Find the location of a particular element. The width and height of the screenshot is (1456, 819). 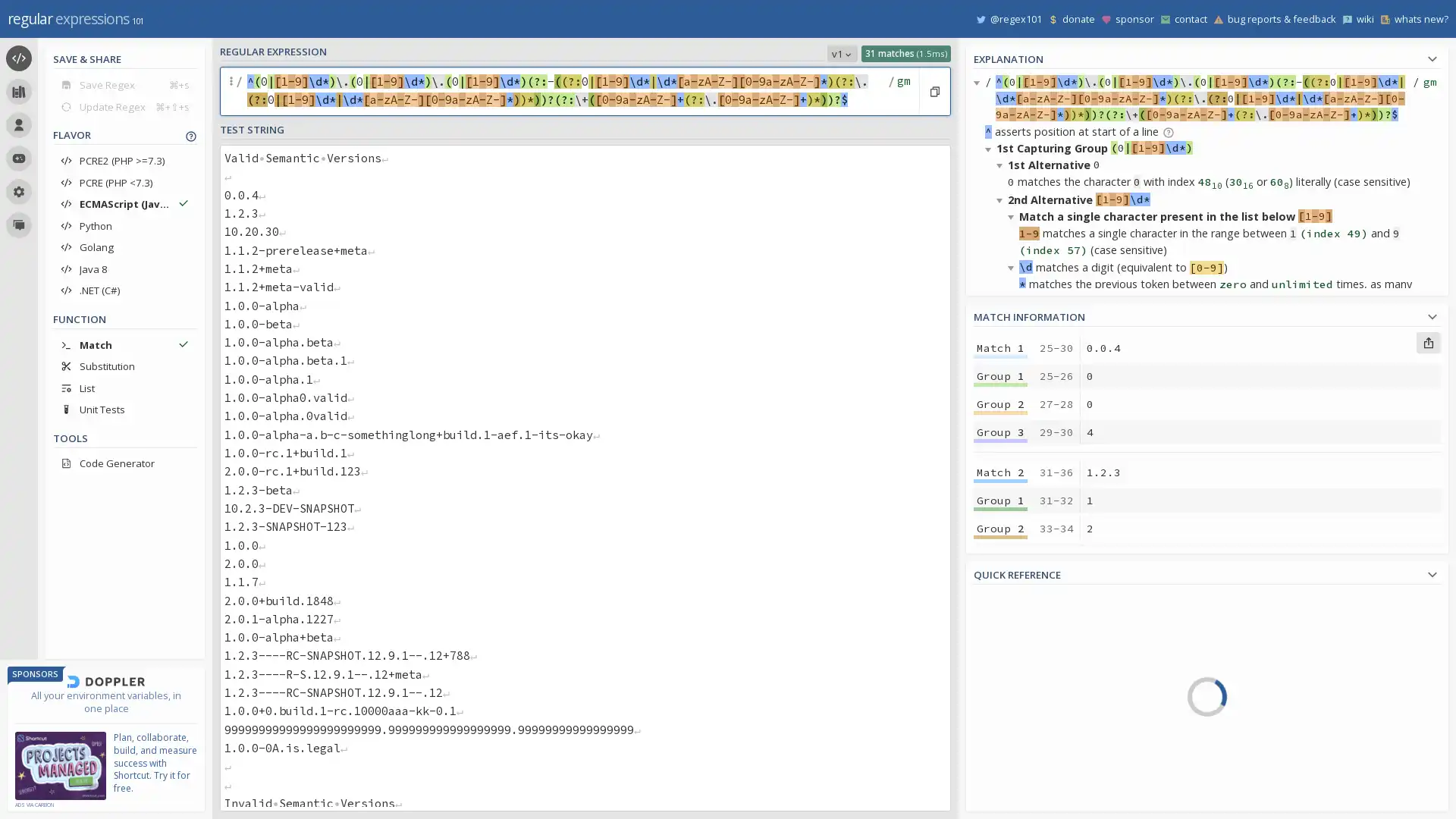

Collapse Subtree is located at coordinates (990, 149).